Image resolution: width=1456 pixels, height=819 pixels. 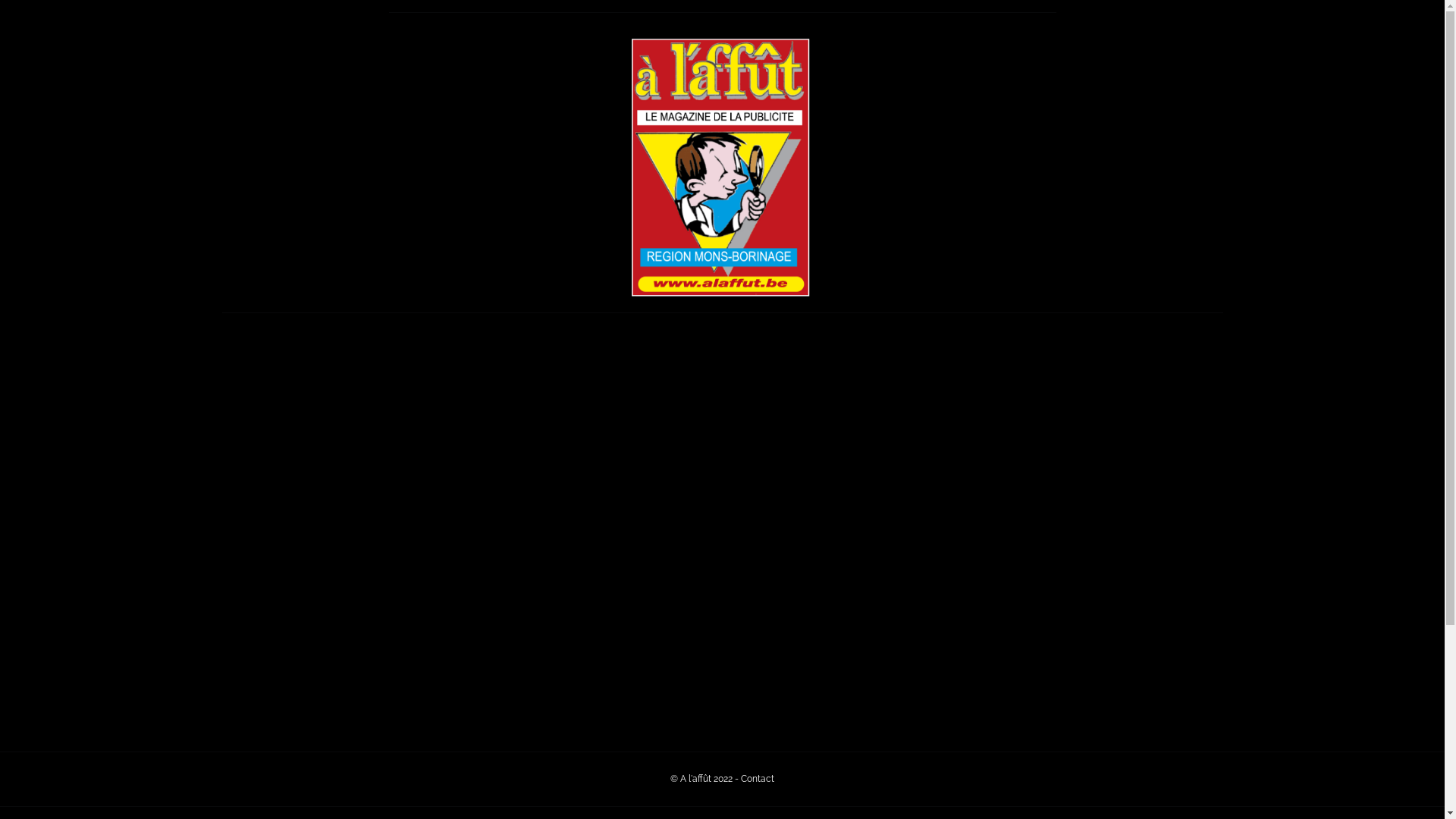 What do you see at coordinates (757, 778) in the screenshot?
I see `'Contact'` at bounding box center [757, 778].